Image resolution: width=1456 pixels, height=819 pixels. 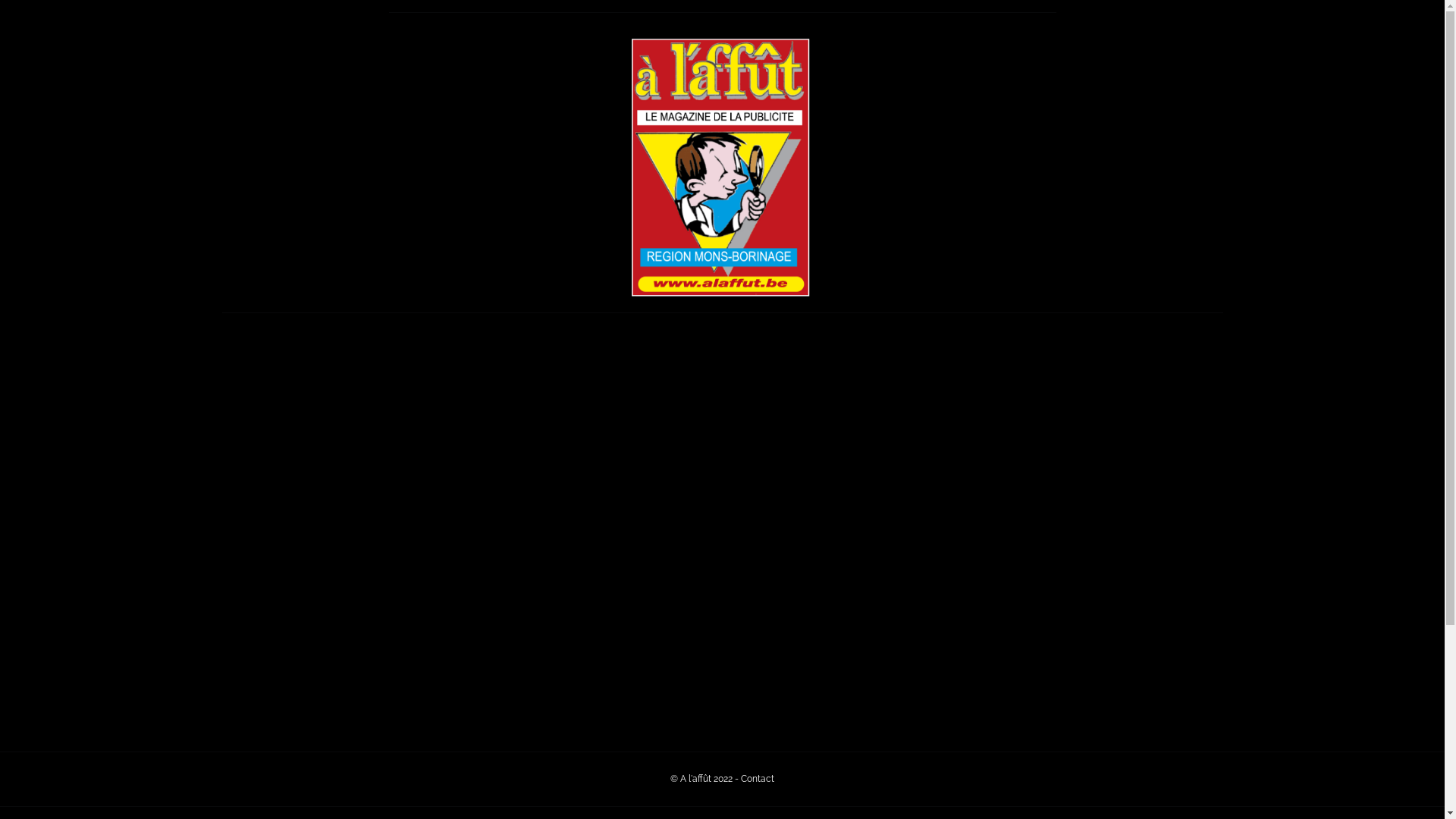 What do you see at coordinates (757, 778) in the screenshot?
I see `'Contact'` at bounding box center [757, 778].